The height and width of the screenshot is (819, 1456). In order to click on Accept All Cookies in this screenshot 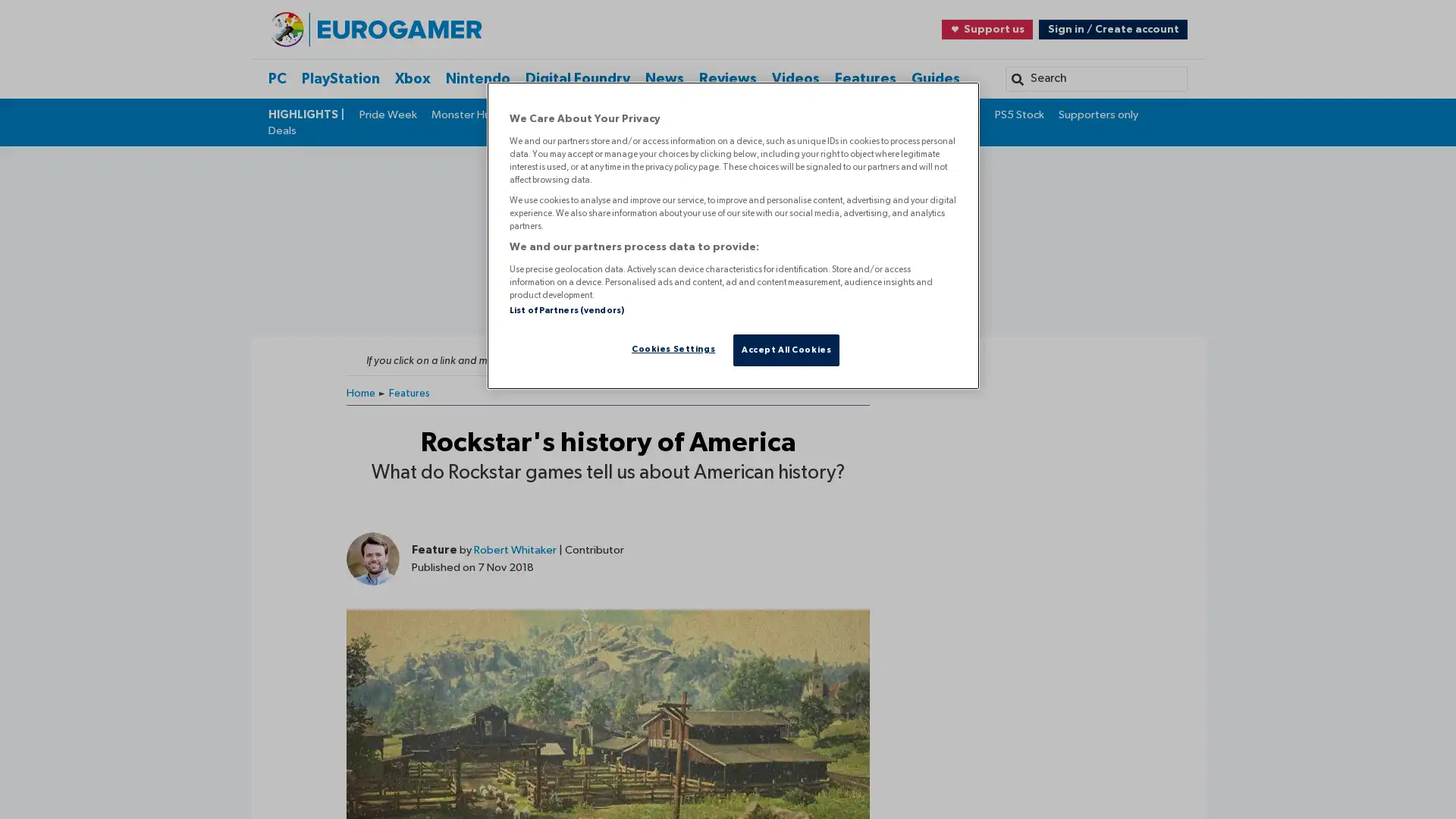, I will do `click(786, 350)`.